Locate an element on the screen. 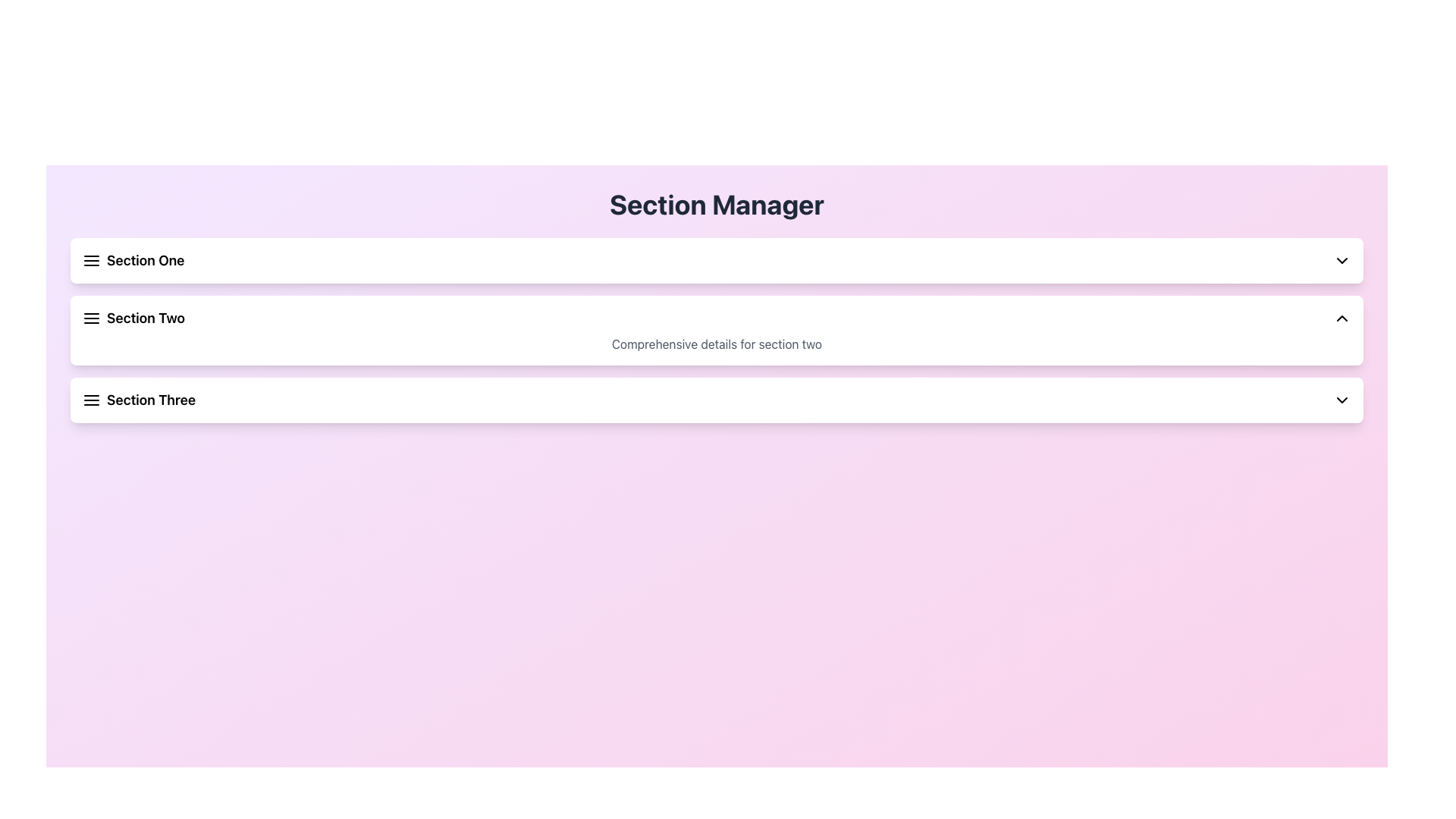 The height and width of the screenshot is (819, 1456). the icon located in the rightmost section of the header for 'Section Three' is located at coordinates (1342, 400).